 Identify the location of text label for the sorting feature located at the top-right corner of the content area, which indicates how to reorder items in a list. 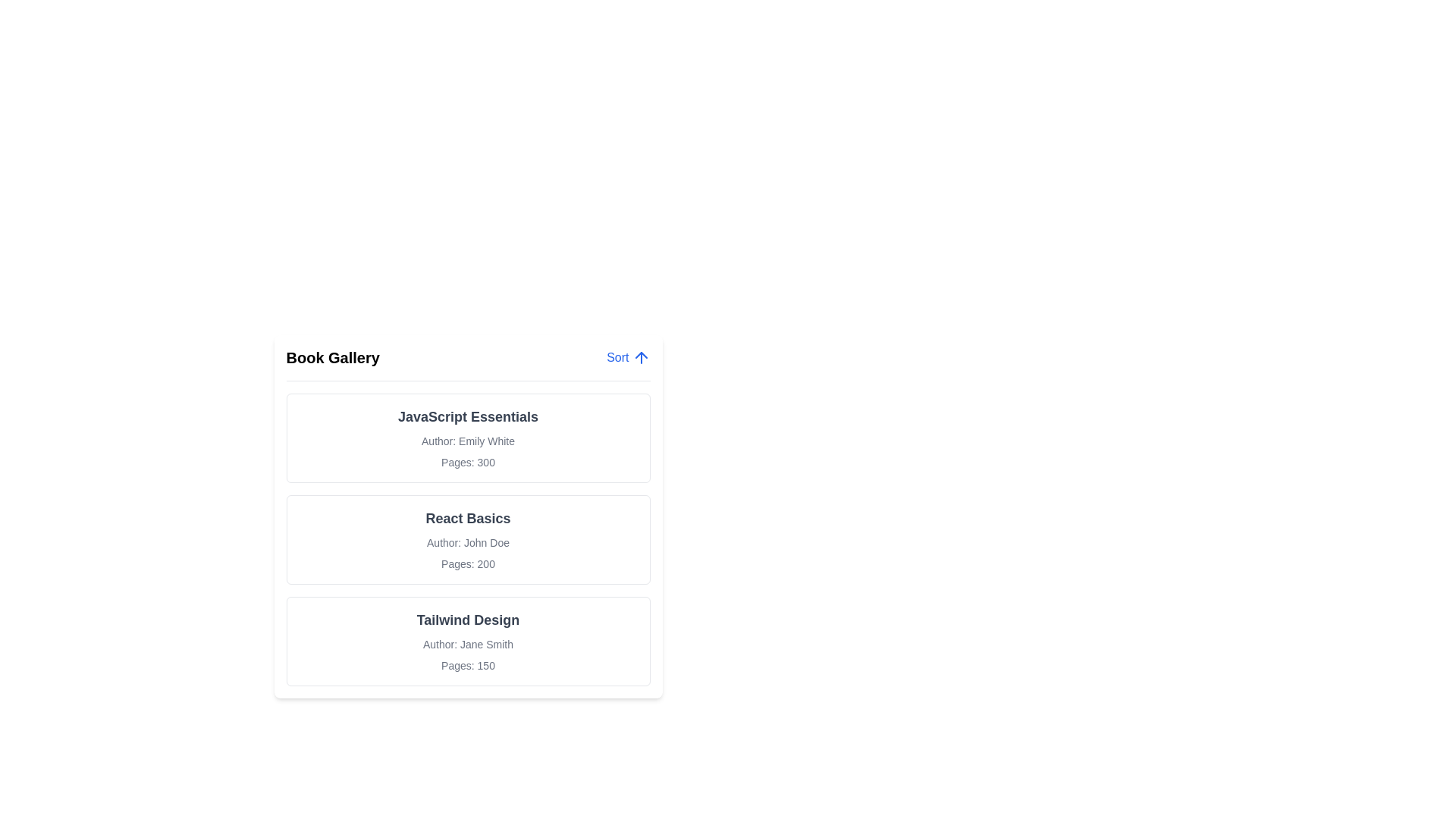
(617, 357).